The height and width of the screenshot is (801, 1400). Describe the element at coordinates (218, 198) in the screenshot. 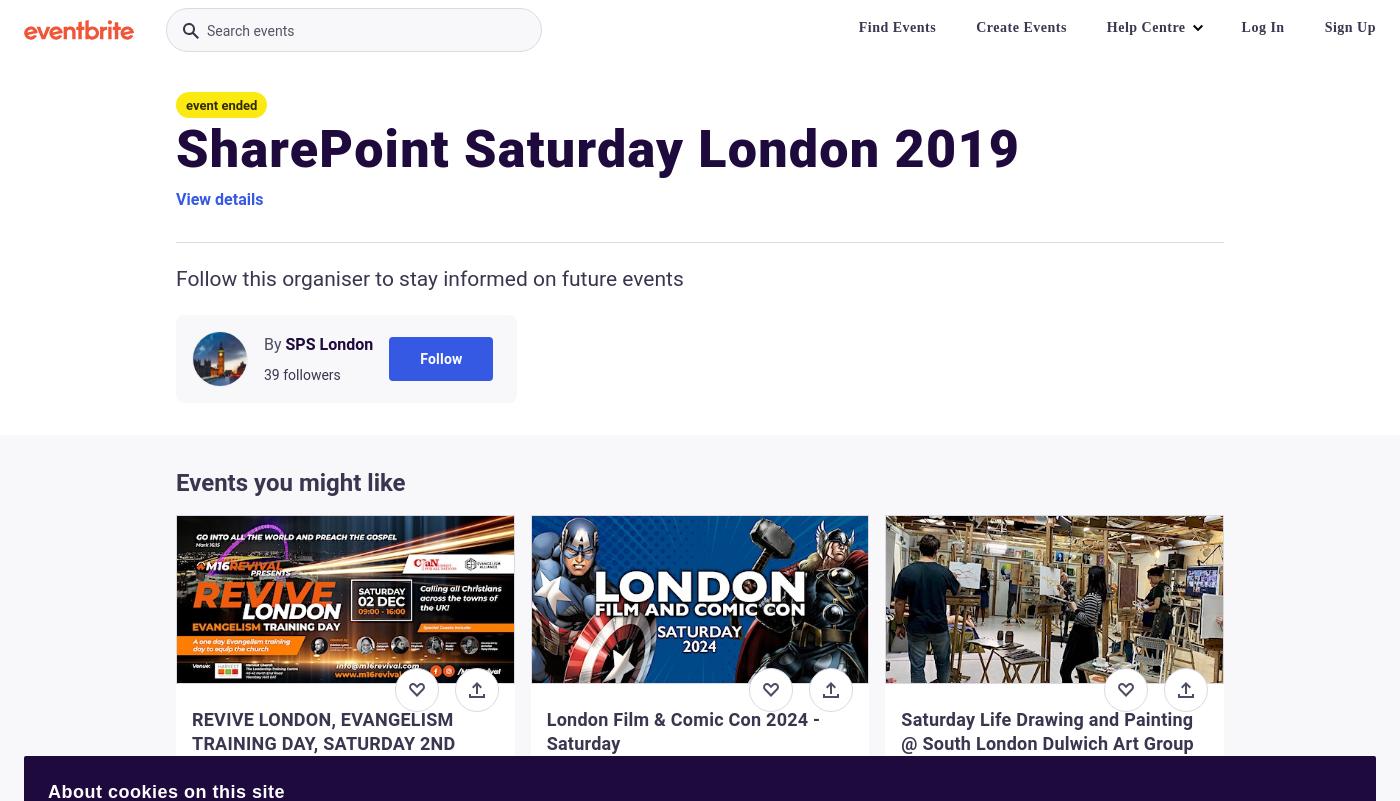

I see `'View details'` at that location.